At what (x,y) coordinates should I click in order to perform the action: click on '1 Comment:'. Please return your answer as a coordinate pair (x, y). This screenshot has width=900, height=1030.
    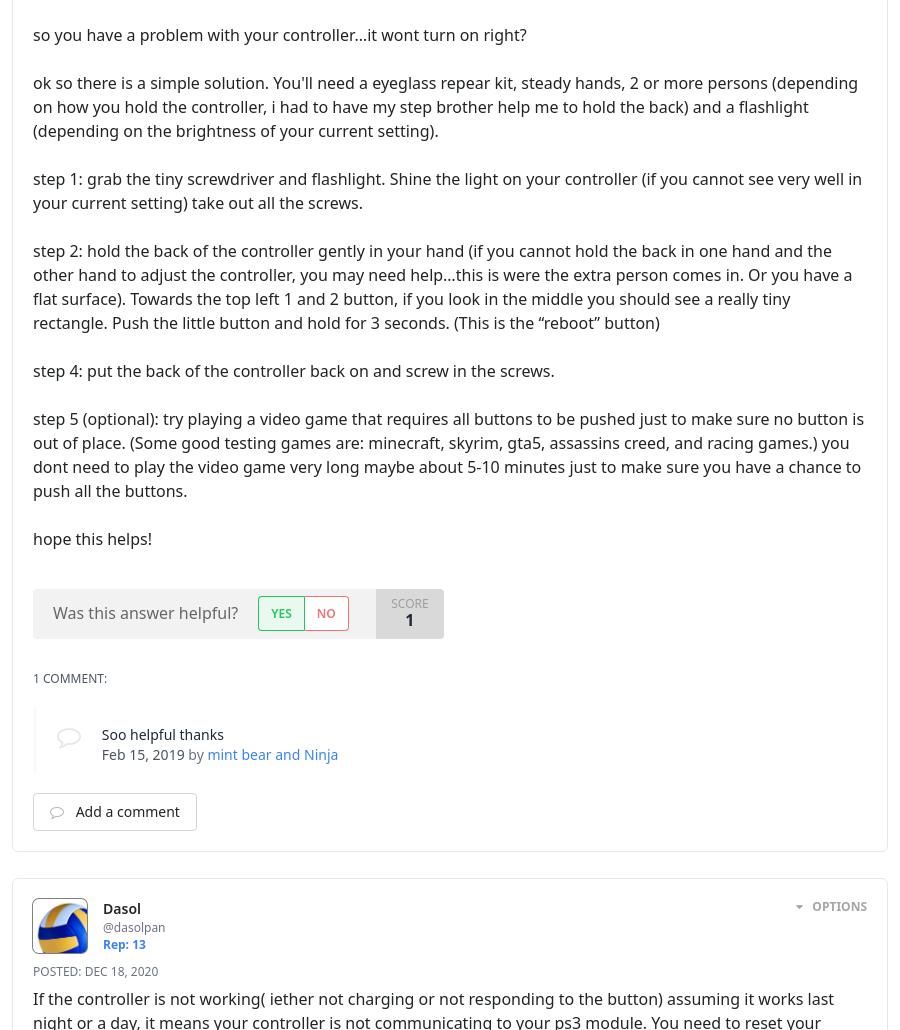
    Looking at the image, I should click on (69, 676).